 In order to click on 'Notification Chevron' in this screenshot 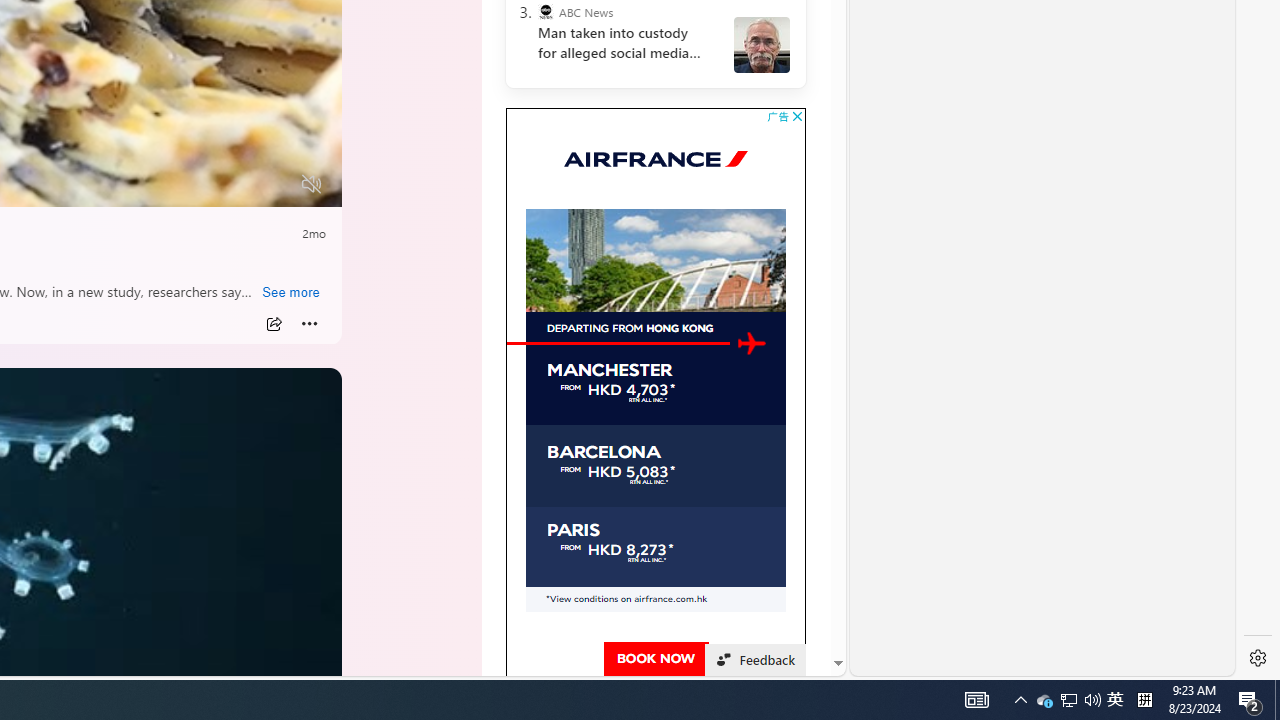, I will do `click(1044, 698)`.